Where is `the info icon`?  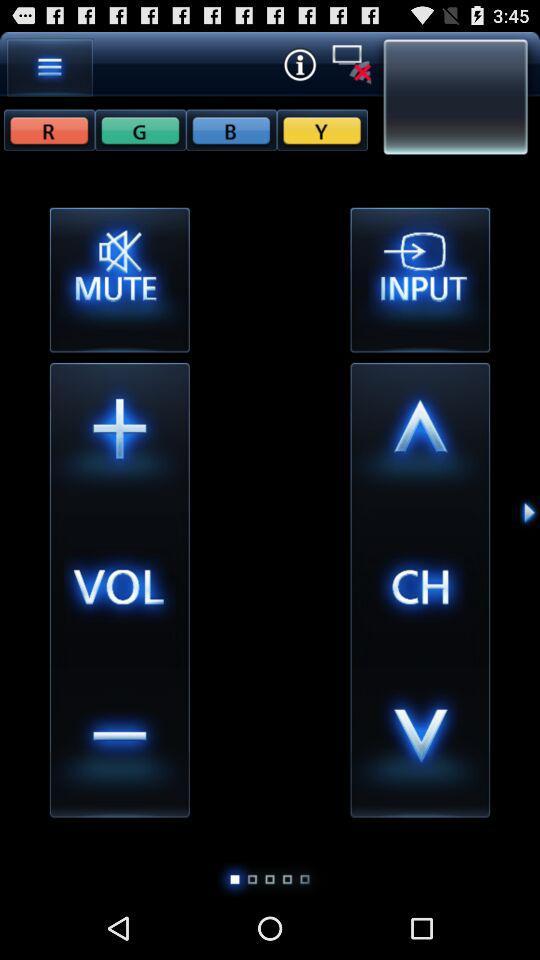
the info icon is located at coordinates (298, 68).